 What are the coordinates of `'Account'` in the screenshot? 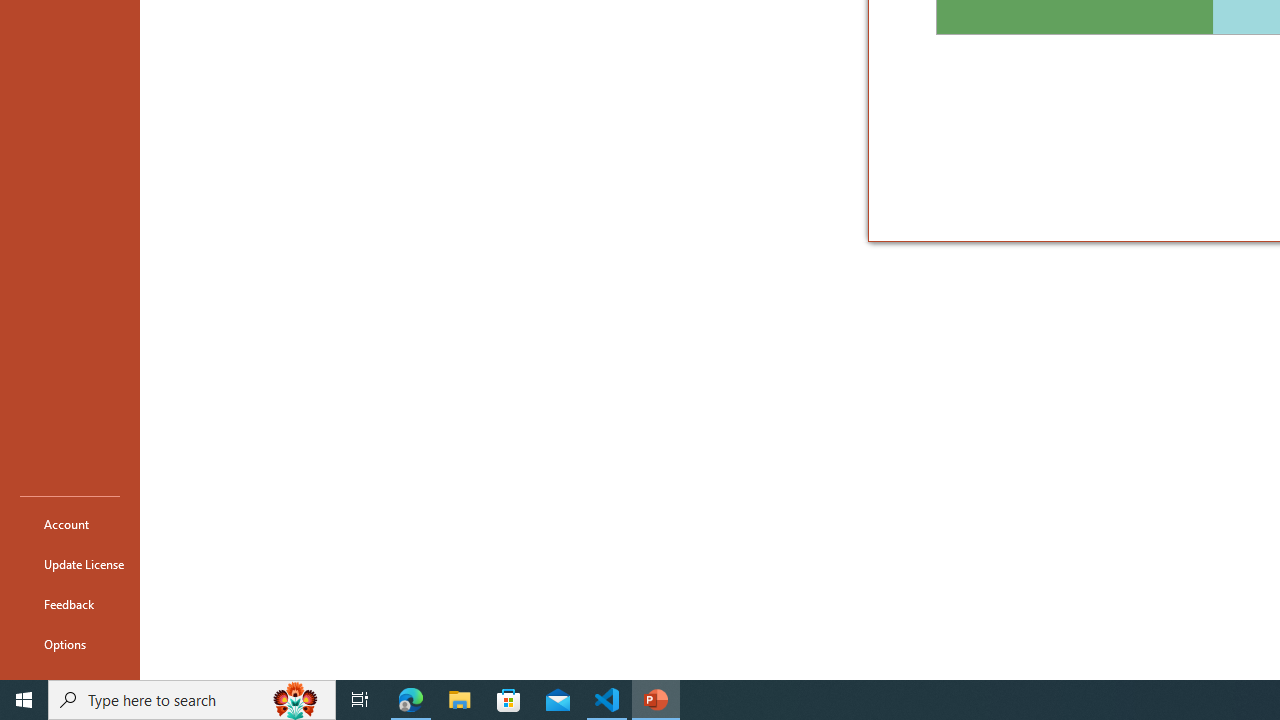 It's located at (69, 523).